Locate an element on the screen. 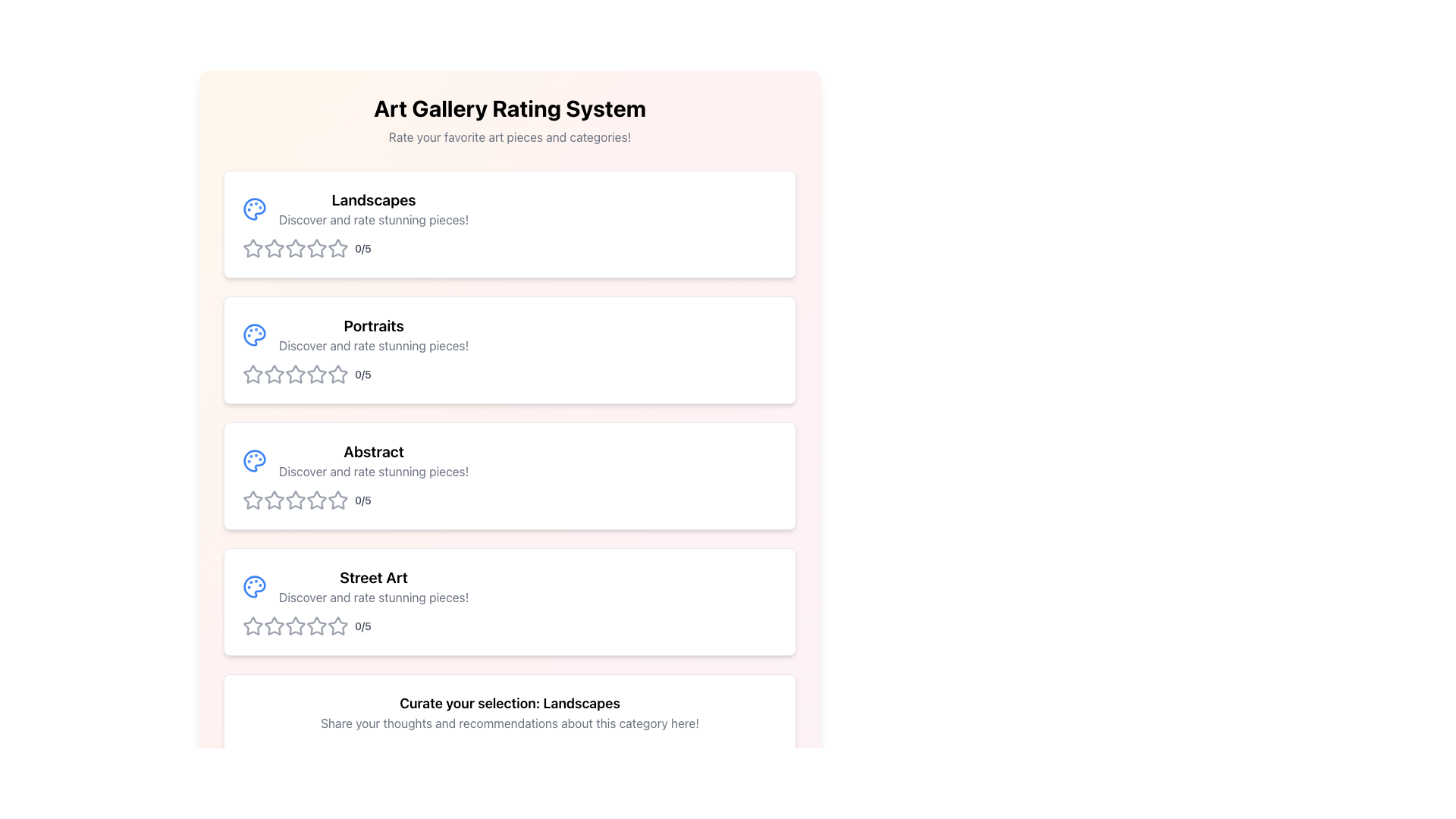 This screenshot has height=819, width=1456. the text label that invites users is located at coordinates (374, 345).